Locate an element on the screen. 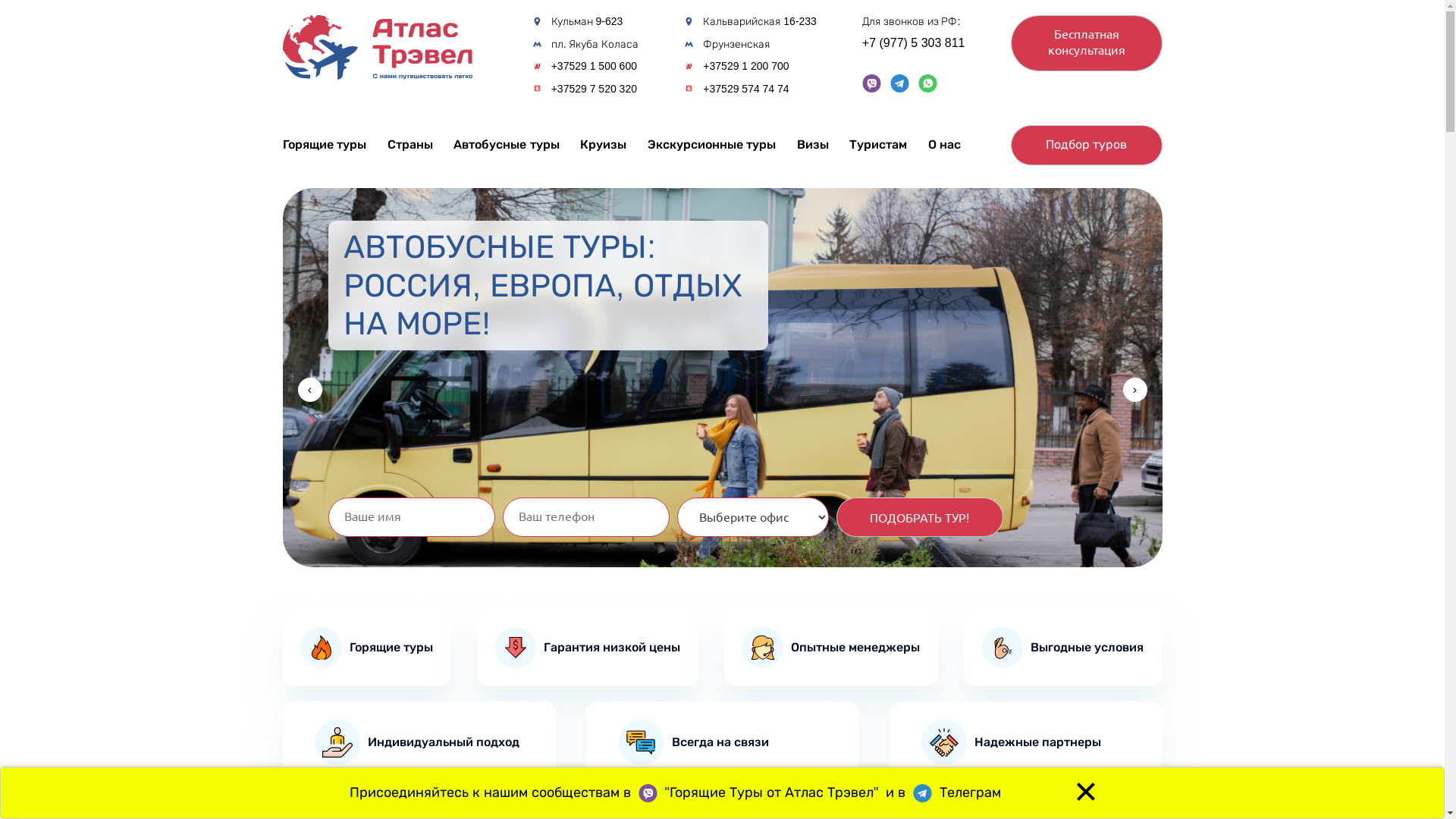 Image resolution: width=1456 pixels, height=819 pixels. '+37529 1 500 600' is located at coordinates (593, 65).